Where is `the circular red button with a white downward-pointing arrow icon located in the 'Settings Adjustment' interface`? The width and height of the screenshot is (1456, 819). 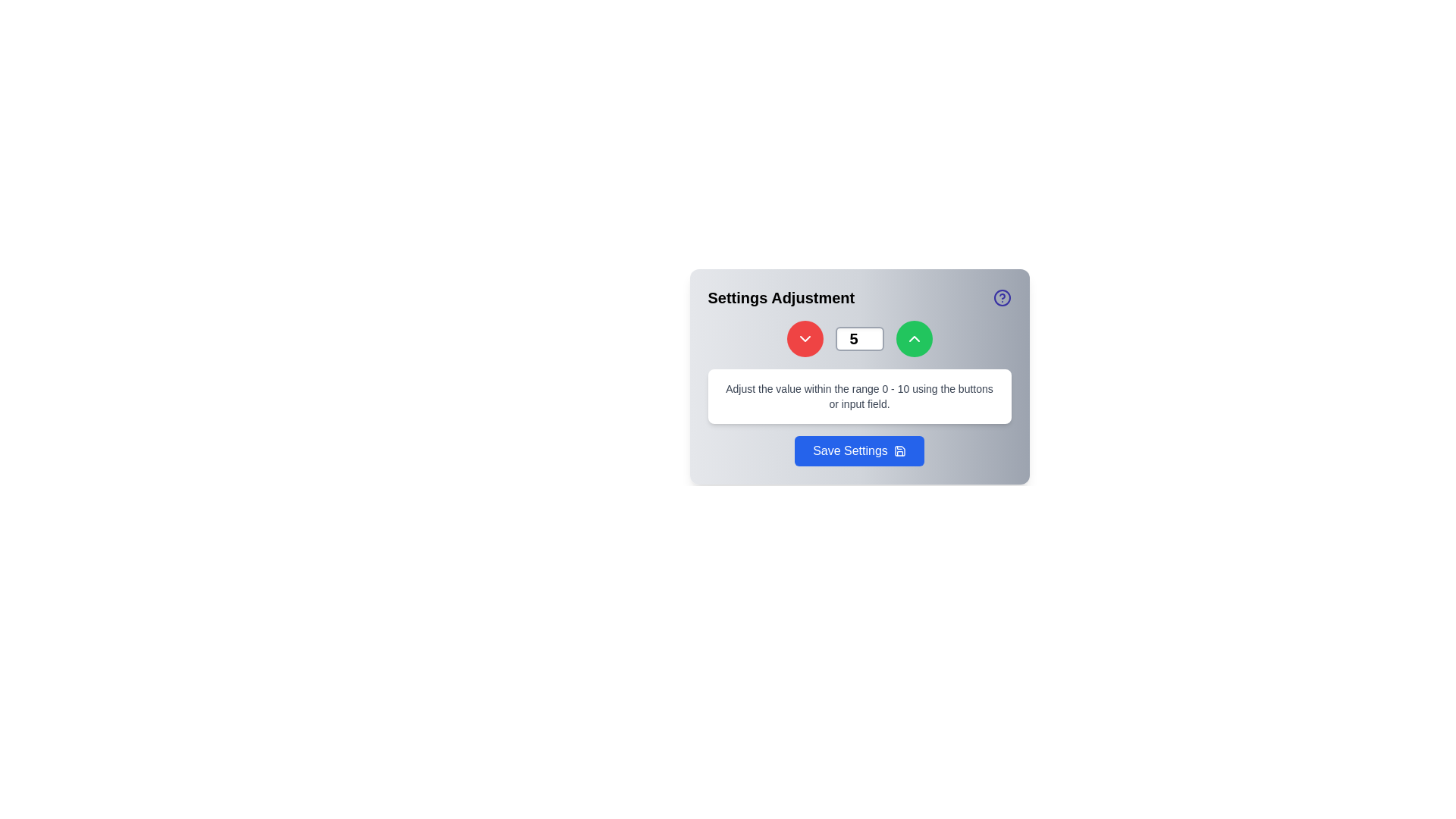 the circular red button with a white downward-pointing arrow icon located in the 'Settings Adjustment' interface is located at coordinates (804, 338).